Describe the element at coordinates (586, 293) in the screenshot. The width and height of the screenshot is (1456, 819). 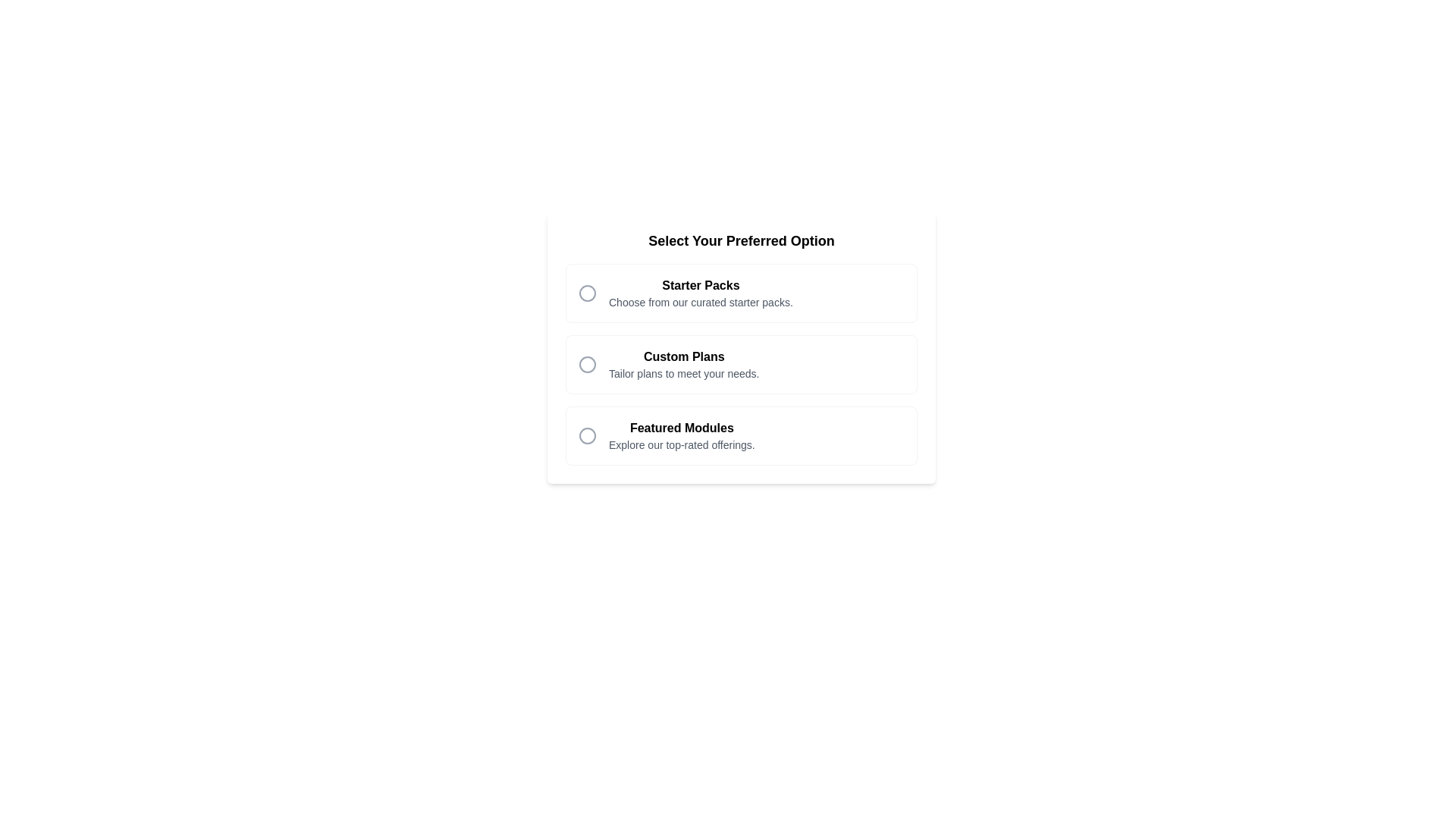
I see `the circular icon styled as a ring, which is located next to the text 'Starter Packs' in the topmost option of a vertically stacked list` at that location.